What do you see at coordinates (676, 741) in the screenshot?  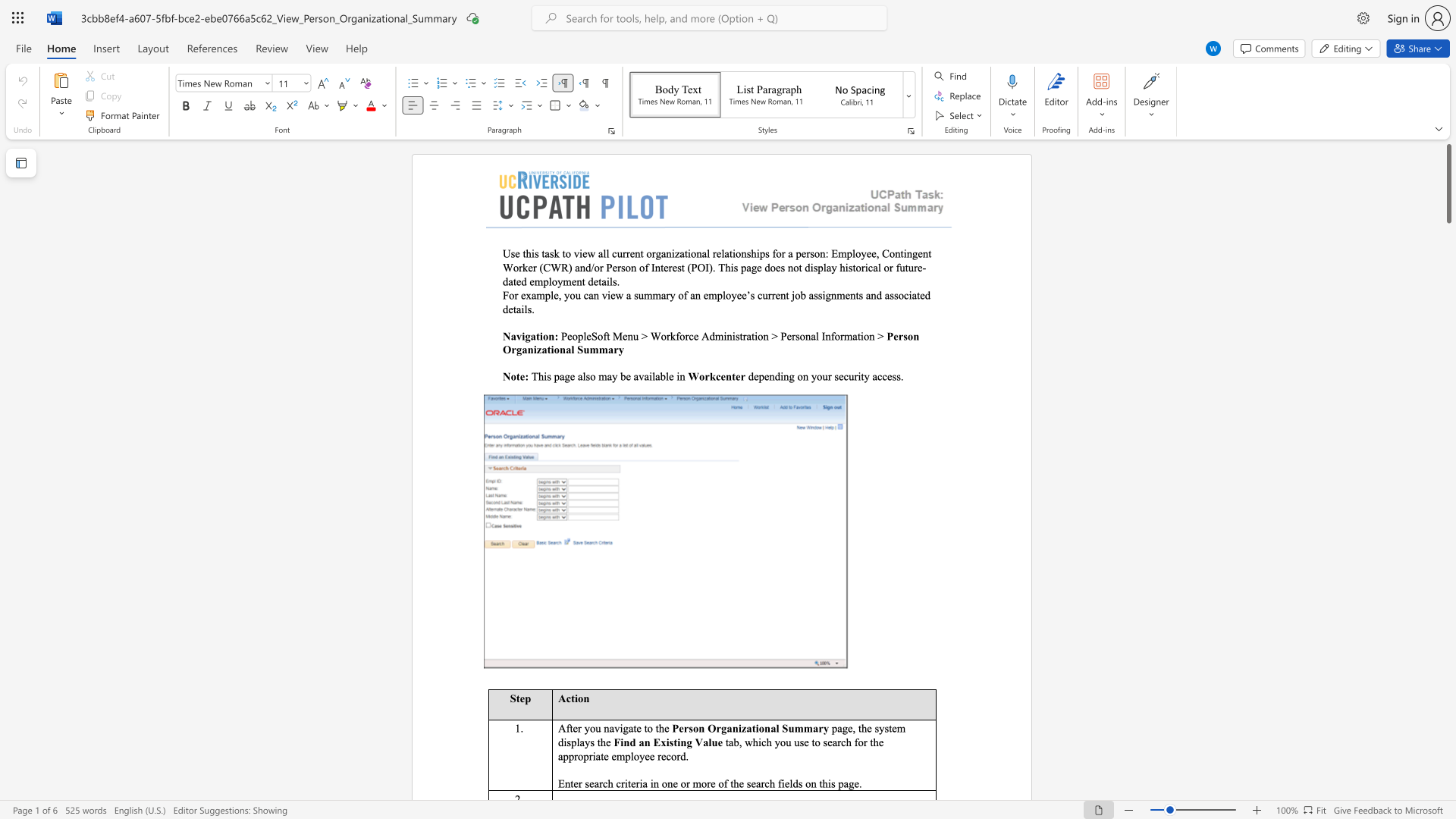 I see `the space between the continuous character "t" and "i" in the text` at bounding box center [676, 741].